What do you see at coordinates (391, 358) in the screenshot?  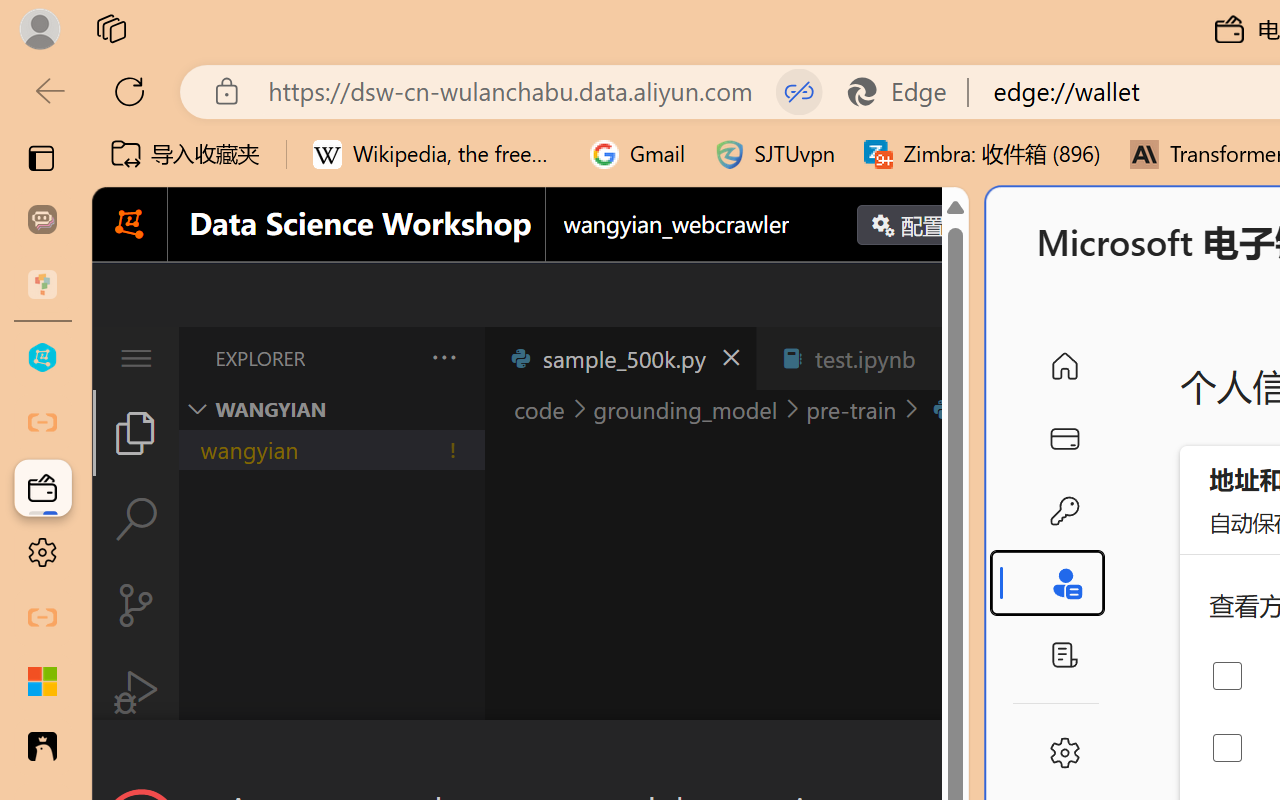 I see `'Explorer actions'` at bounding box center [391, 358].